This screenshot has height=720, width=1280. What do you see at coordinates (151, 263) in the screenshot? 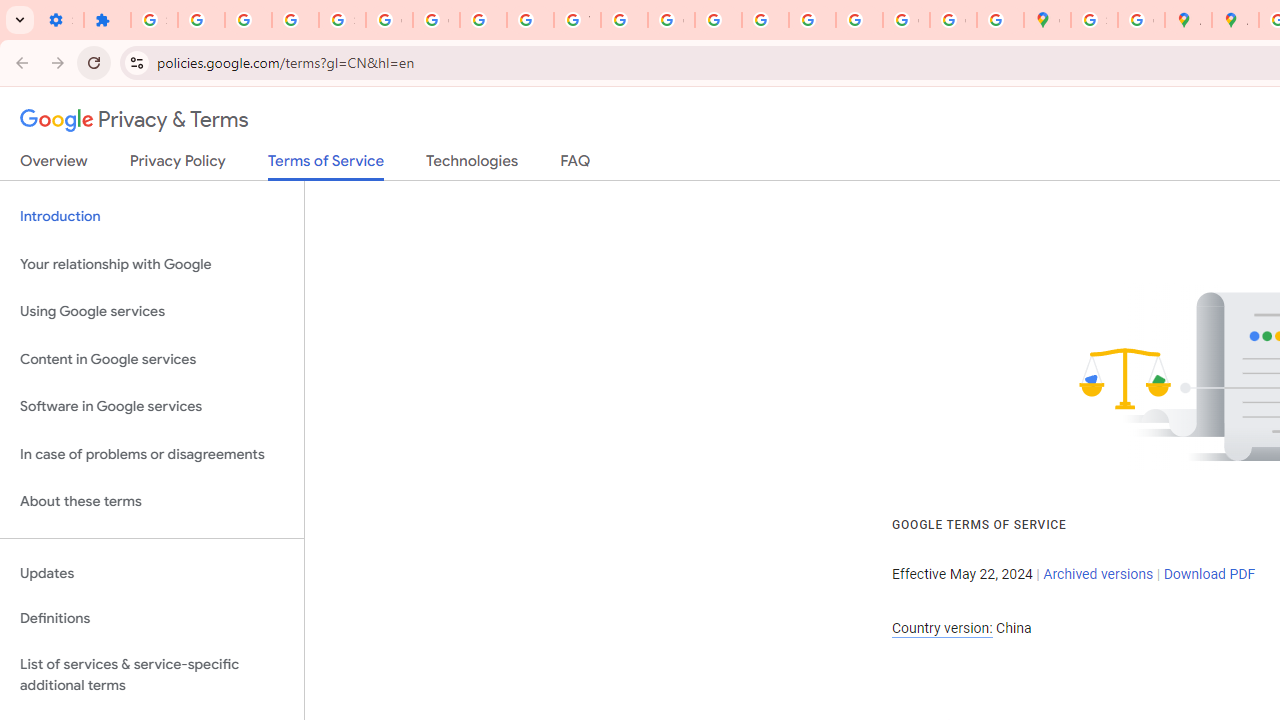
I see `'Your relationship with Google'` at bounding box center [151, 263].